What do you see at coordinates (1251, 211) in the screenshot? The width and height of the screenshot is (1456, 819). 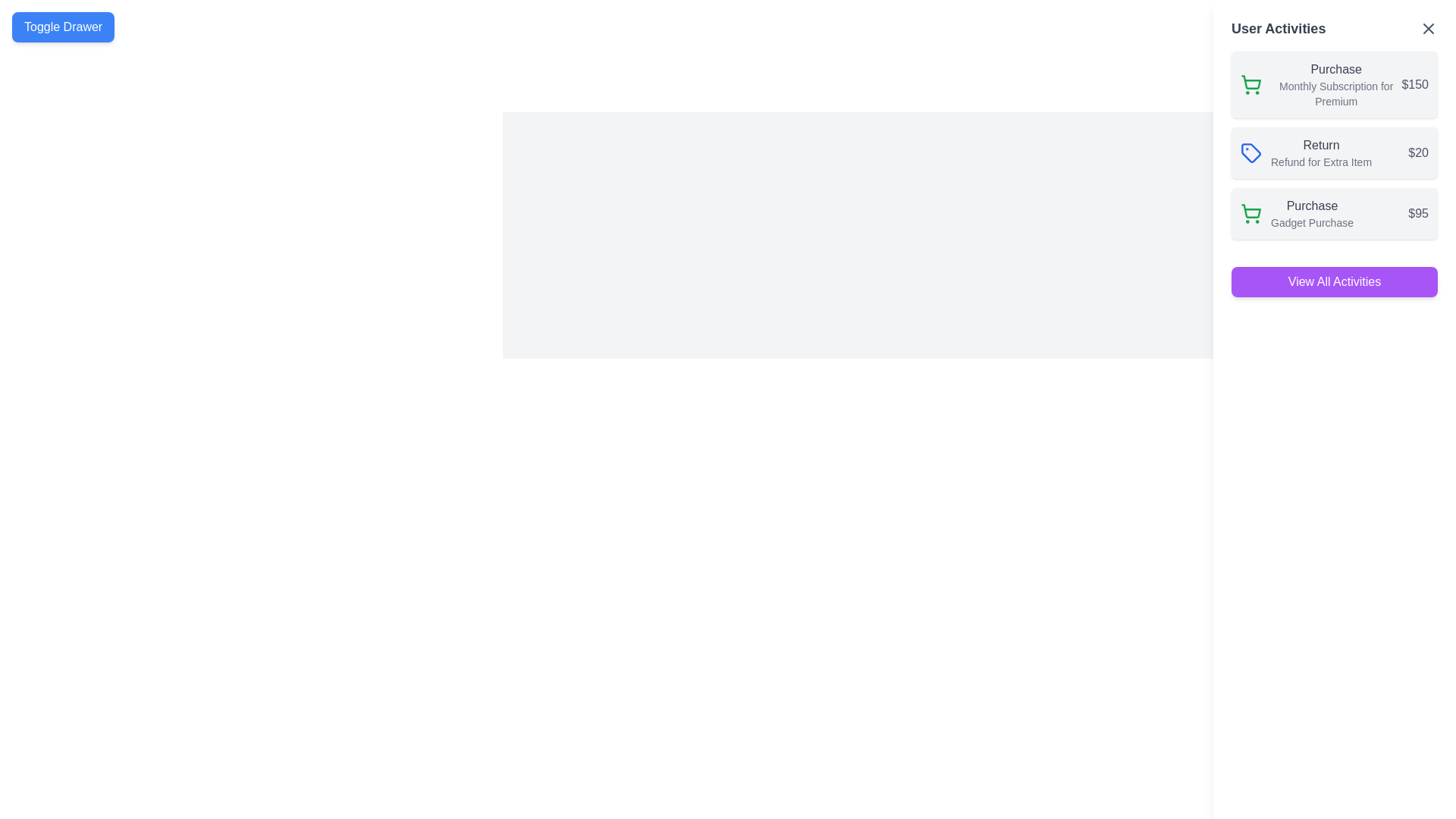 I see `shopping cart SVG icon located in the 'User Activities' panel, within the first activity block titled 'Purchase'` at bounding box center [1251, 211].